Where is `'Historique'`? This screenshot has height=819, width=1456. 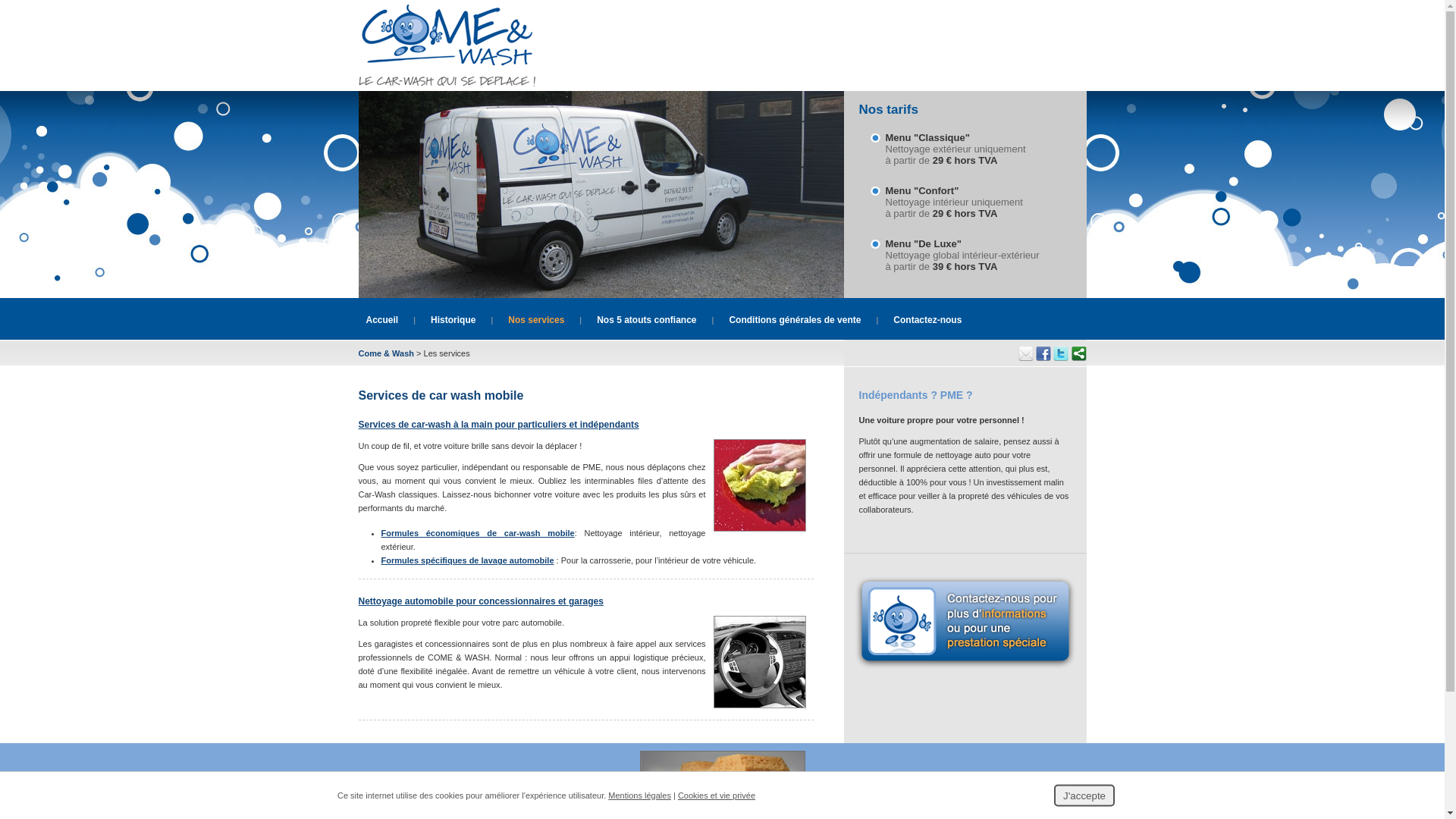 'Historique' is located at coordinates (452, 318).